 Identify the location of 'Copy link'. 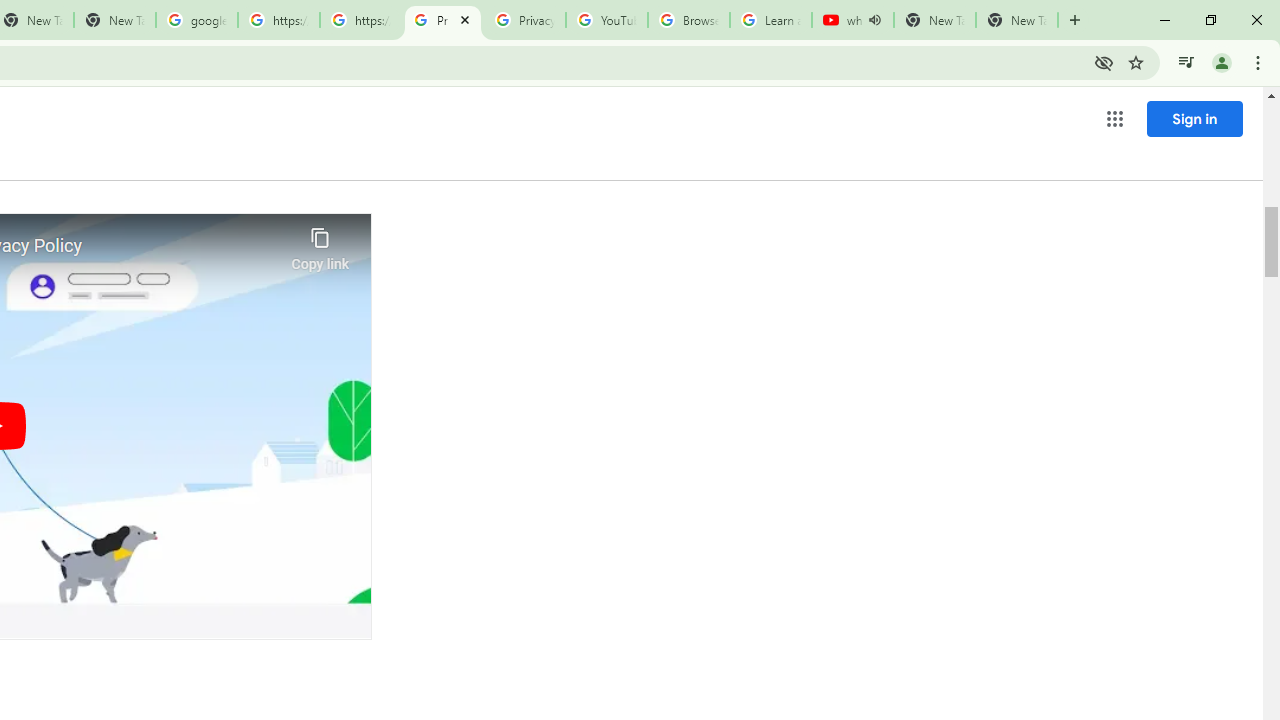
(320, 243).